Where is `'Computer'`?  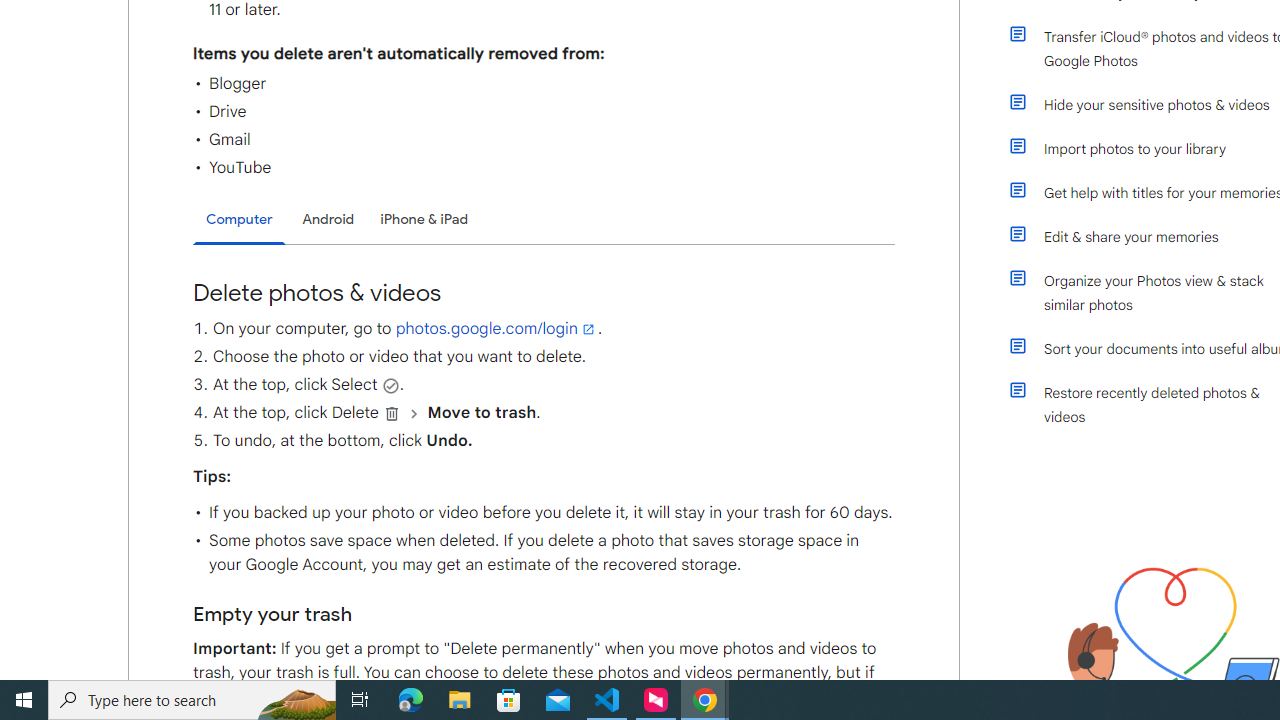 'Computer' is located at coordinates (239, 220).